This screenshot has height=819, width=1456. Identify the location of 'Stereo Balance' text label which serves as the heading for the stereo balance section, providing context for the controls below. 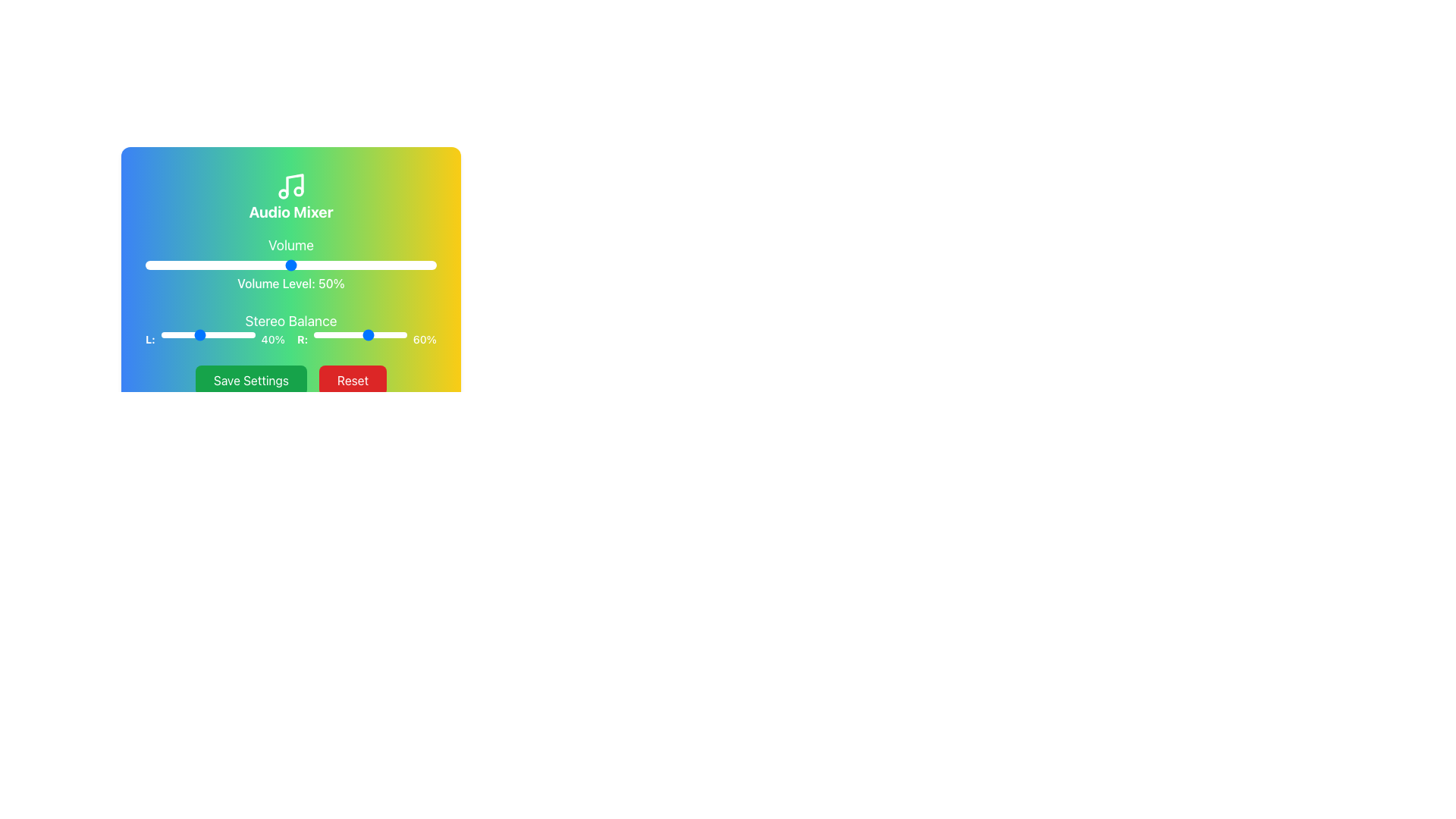
(291, 321).